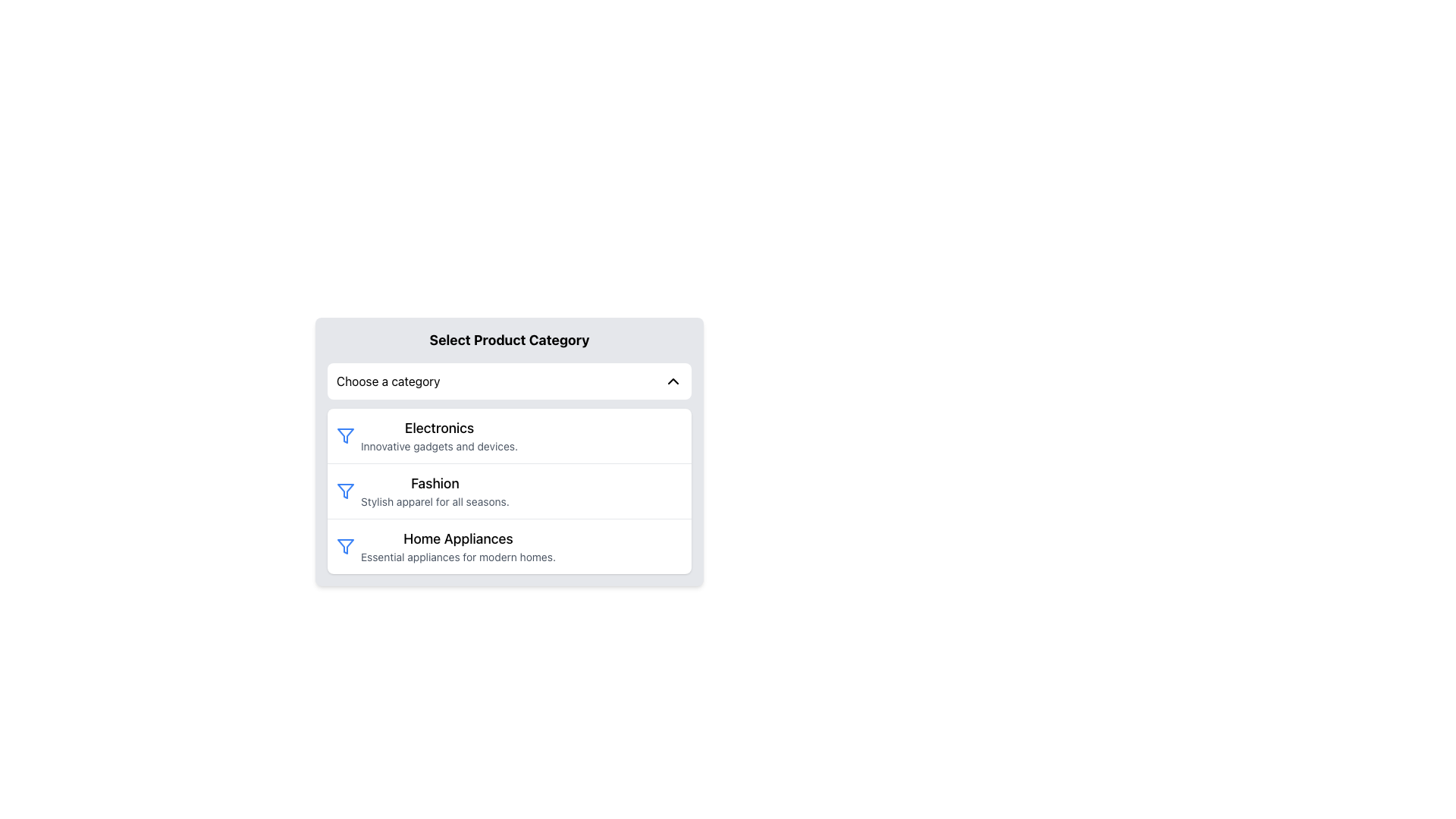 Image resolution: width=1456 pixels, height=819 pixels. I want to click on the text label describing the 'Fashion' category, which provides supplementary information about the category's offerings, located under the 'Fashion' category heading within the 'Select Product Category' list, so click(434, 502).